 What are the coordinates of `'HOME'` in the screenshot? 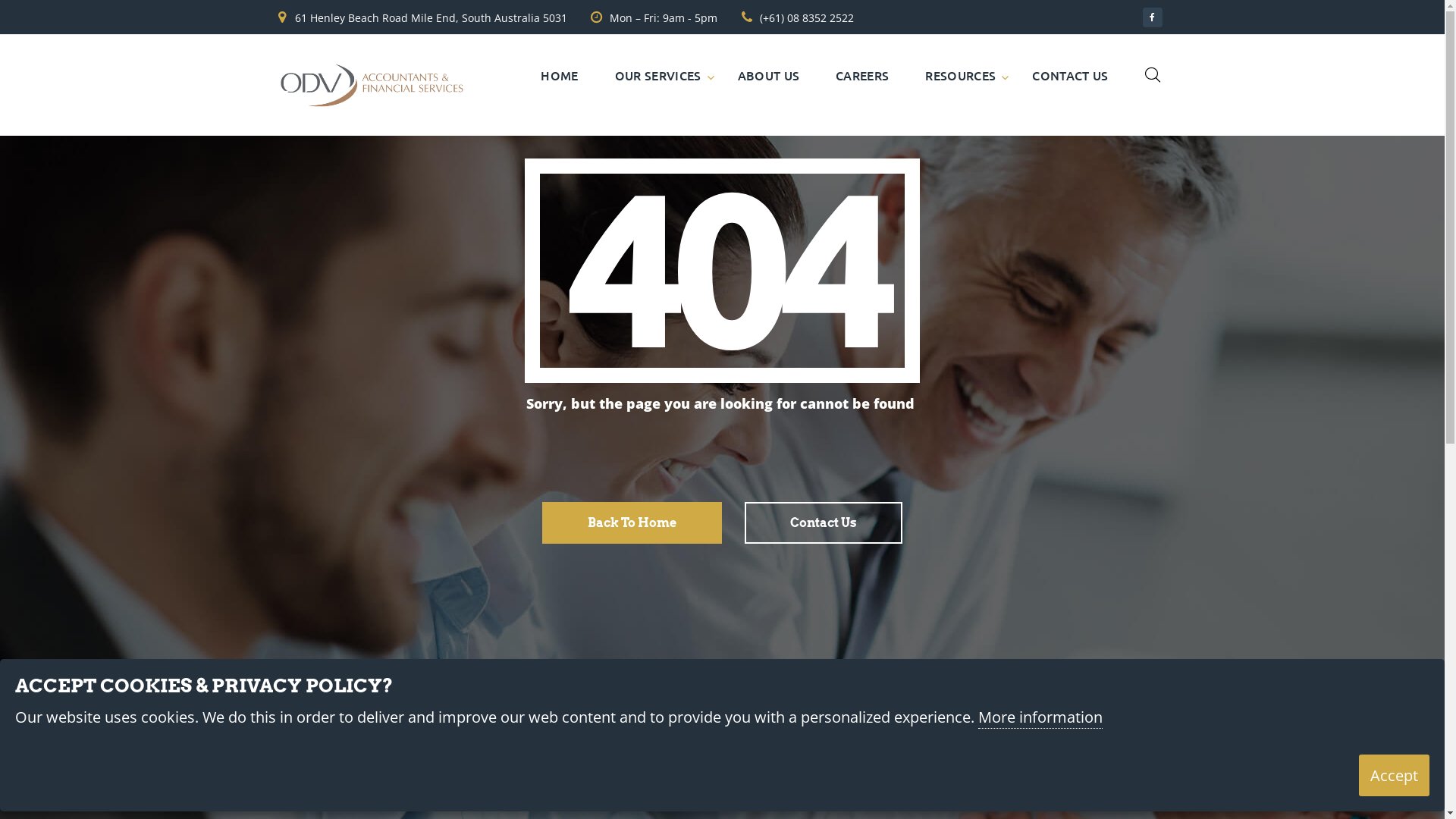 It's located at (541, 75).